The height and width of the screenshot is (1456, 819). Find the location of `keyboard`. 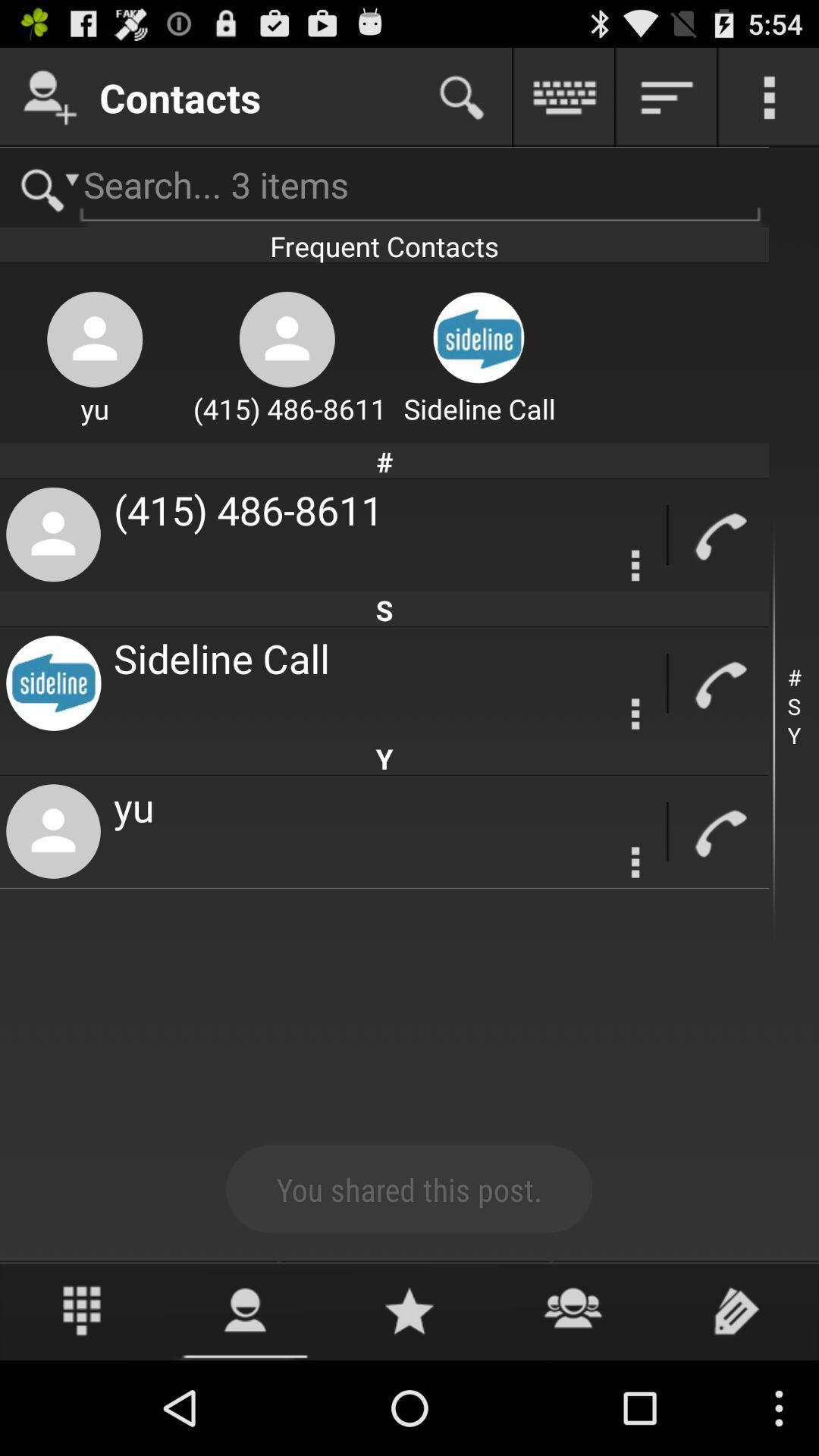

keyboard is located at coordinates (564, 96).